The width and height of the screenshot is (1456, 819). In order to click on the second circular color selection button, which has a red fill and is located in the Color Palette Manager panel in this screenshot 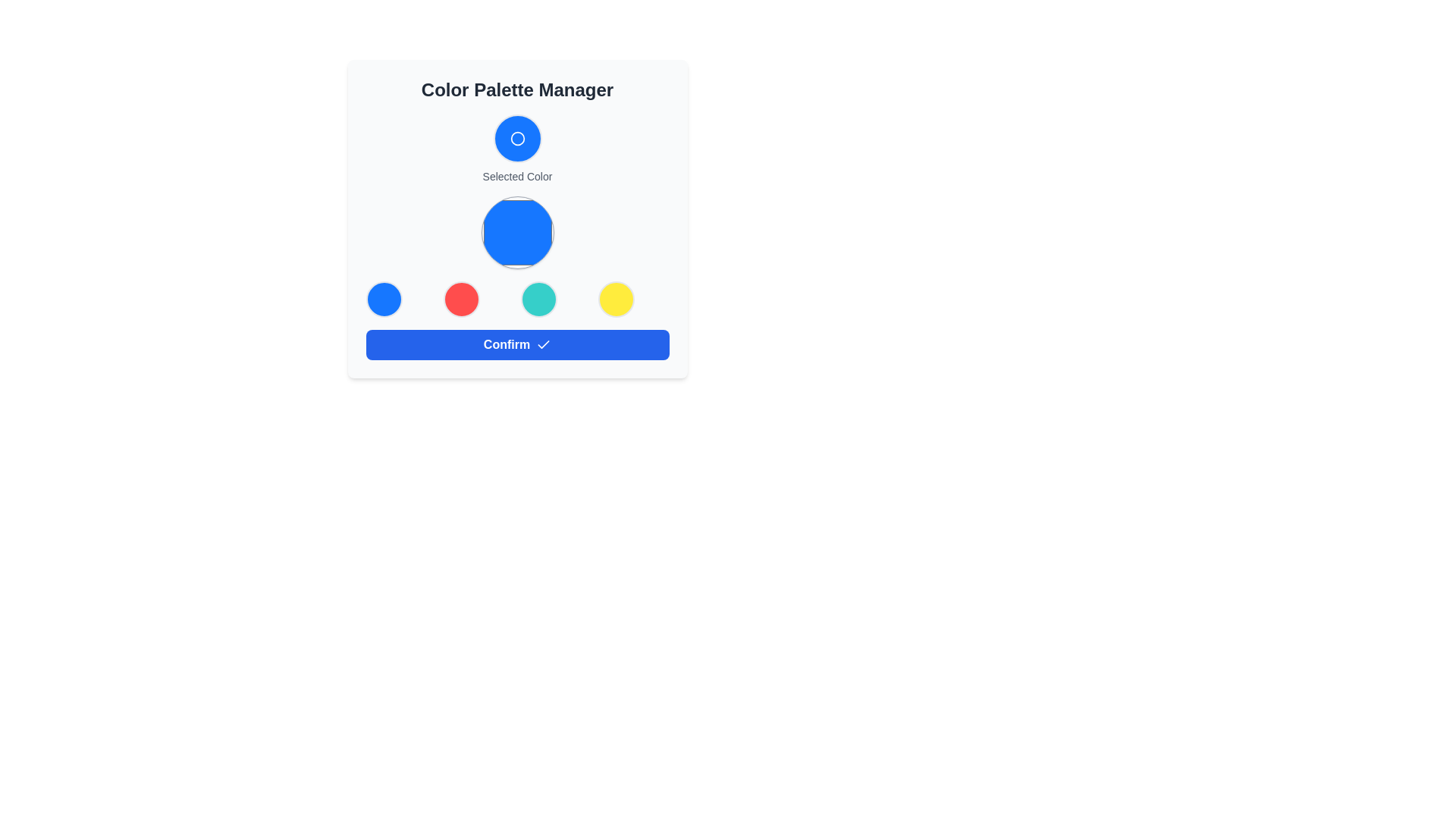, I will do `click(460, 299)`.